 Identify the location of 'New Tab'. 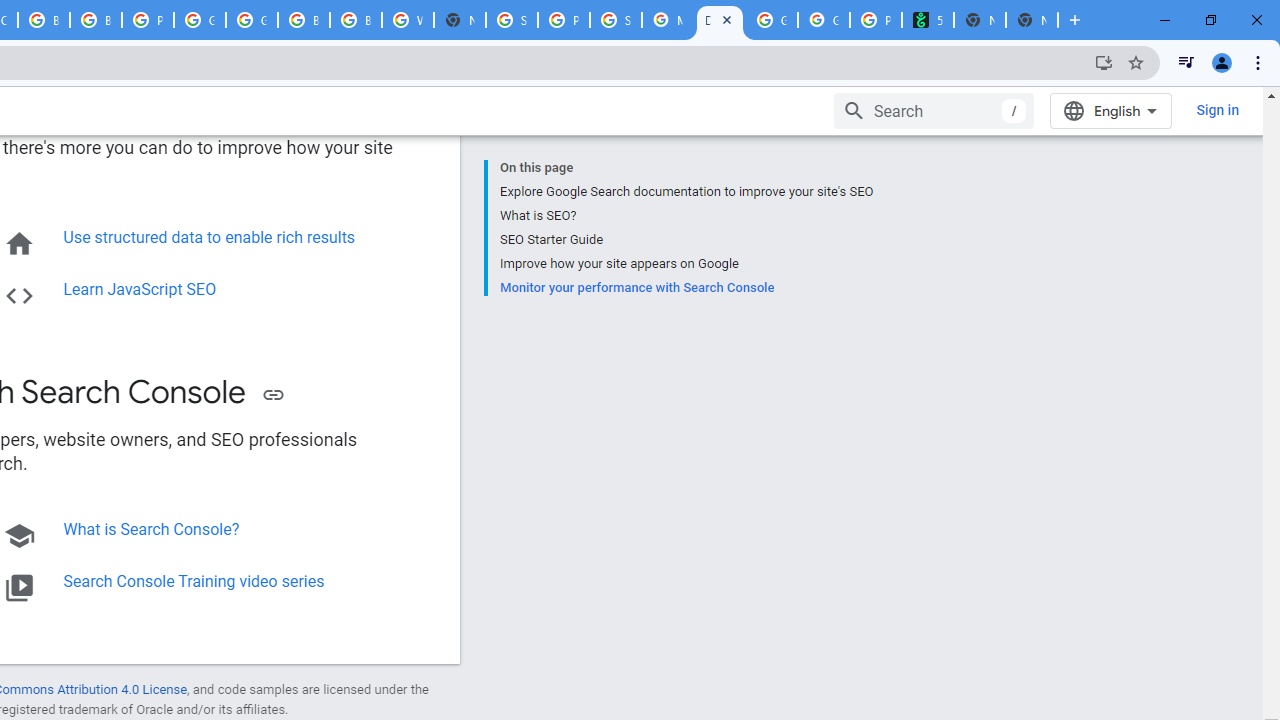
(1032, 20).